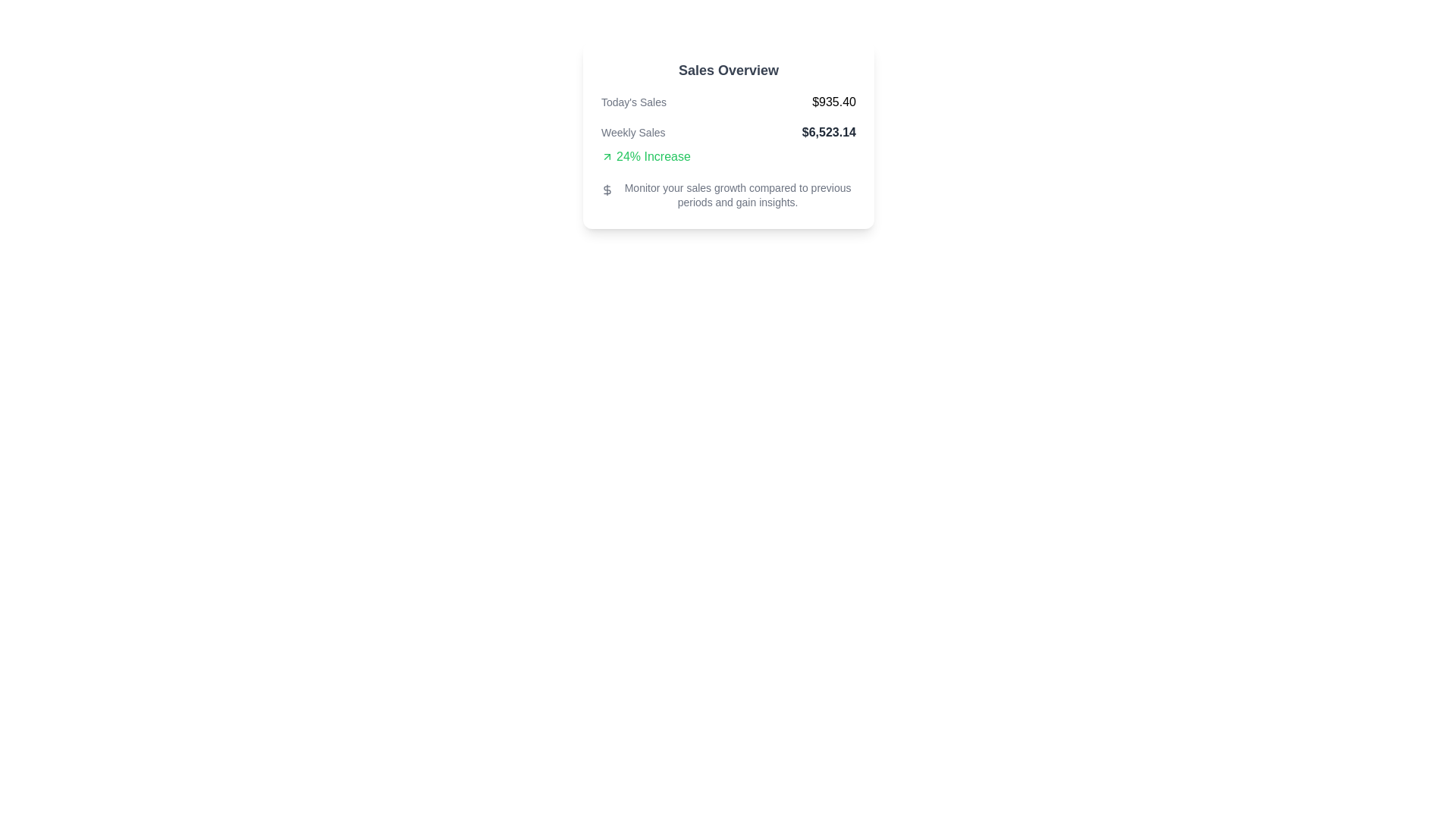  What do you see at coordinates (738, 195) in the screenshot?
I see `the text element that reads 'Monitor your sales growth compared to previous periods and gain insights.' located within the 'Sales Overview' card interface` at bounding box center [738, 195].